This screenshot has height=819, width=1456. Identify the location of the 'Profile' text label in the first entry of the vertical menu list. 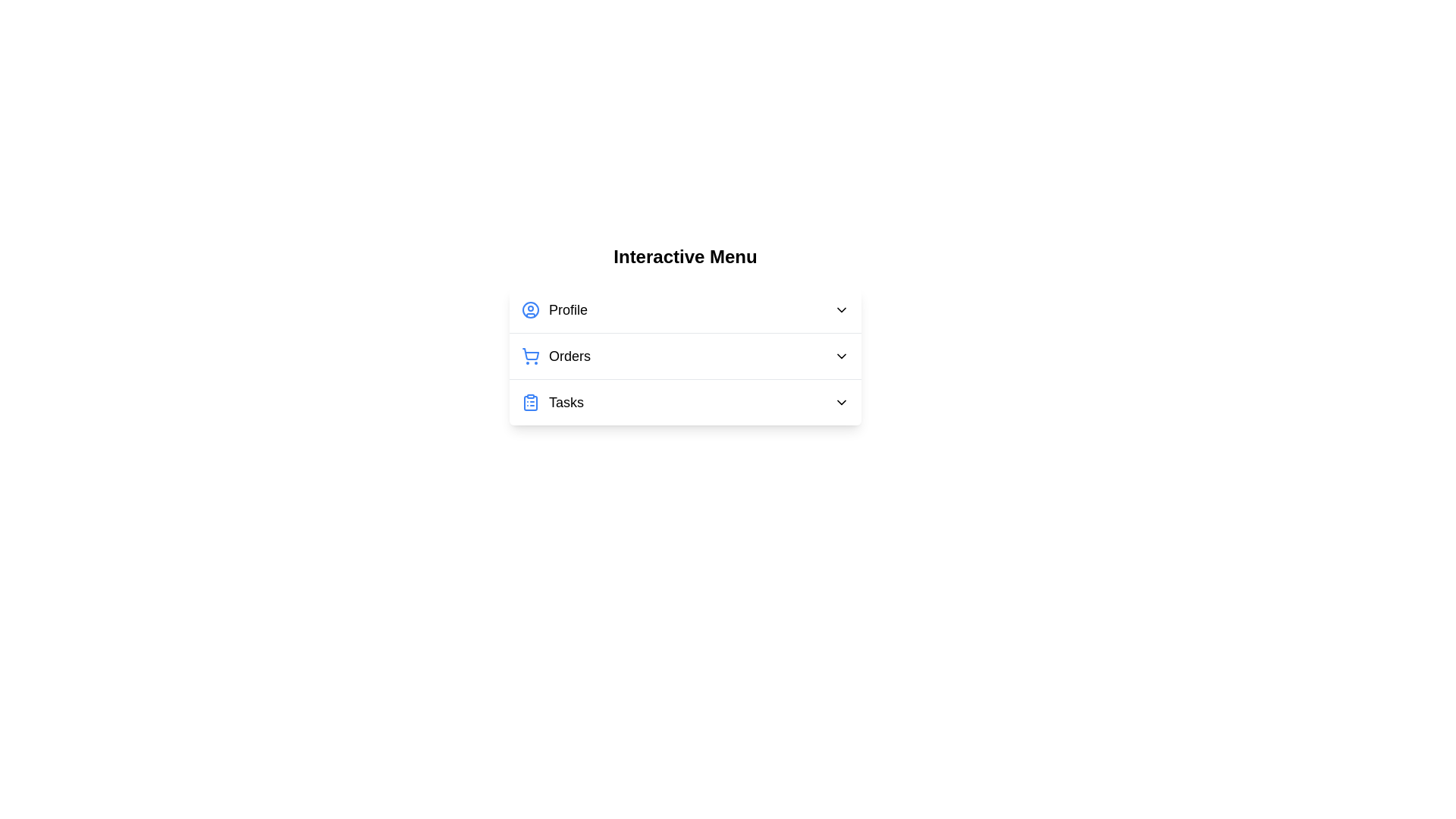
(567, 309).